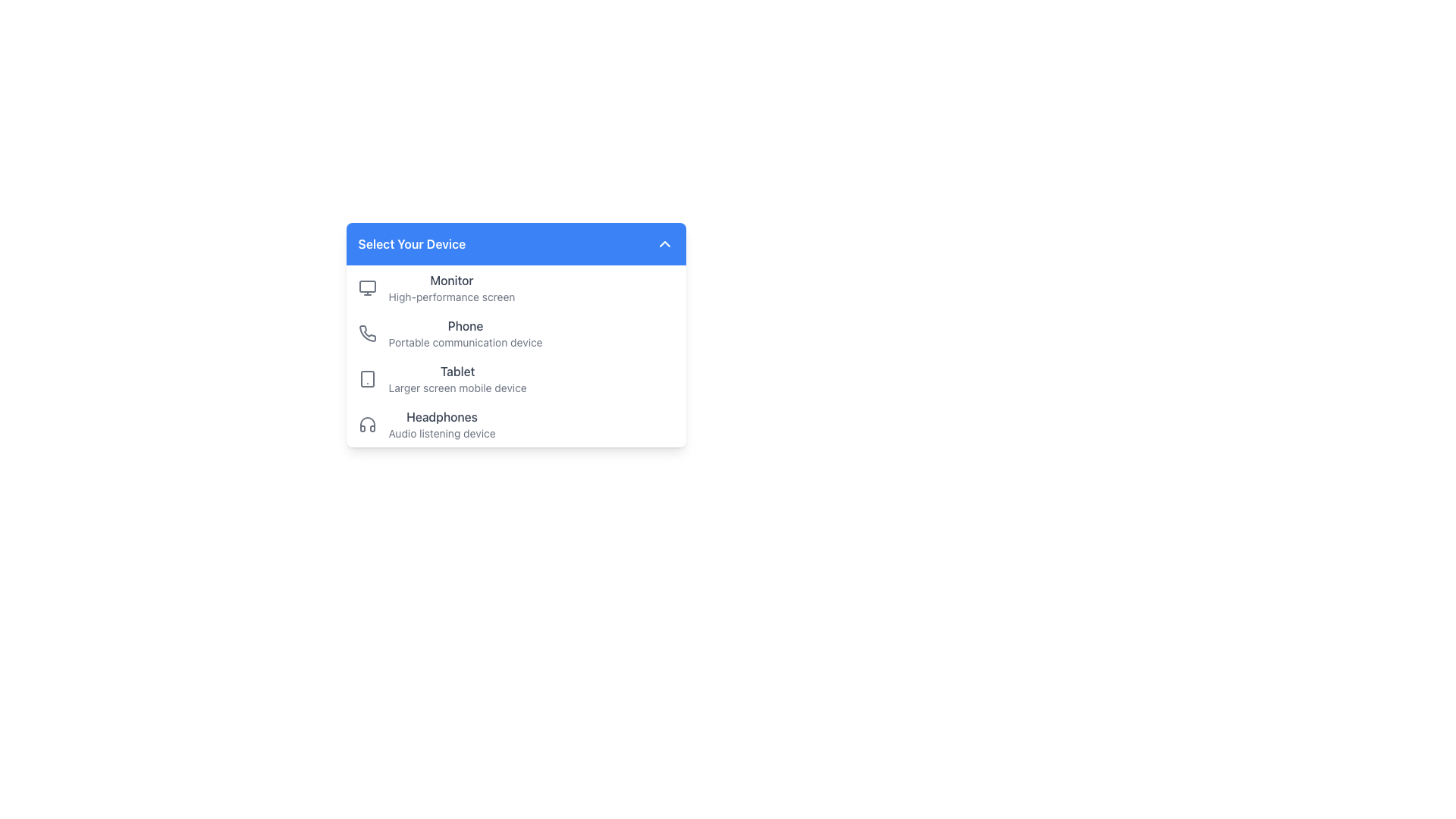 This screenshot has height=819, width=1456. Describe the element at coordinates (441, 424) in the screenshot. I see `text content of the 'Headphones' information display located in the fourth item of the dropdown menu, positioned below the 'Tablet' option` at that location.